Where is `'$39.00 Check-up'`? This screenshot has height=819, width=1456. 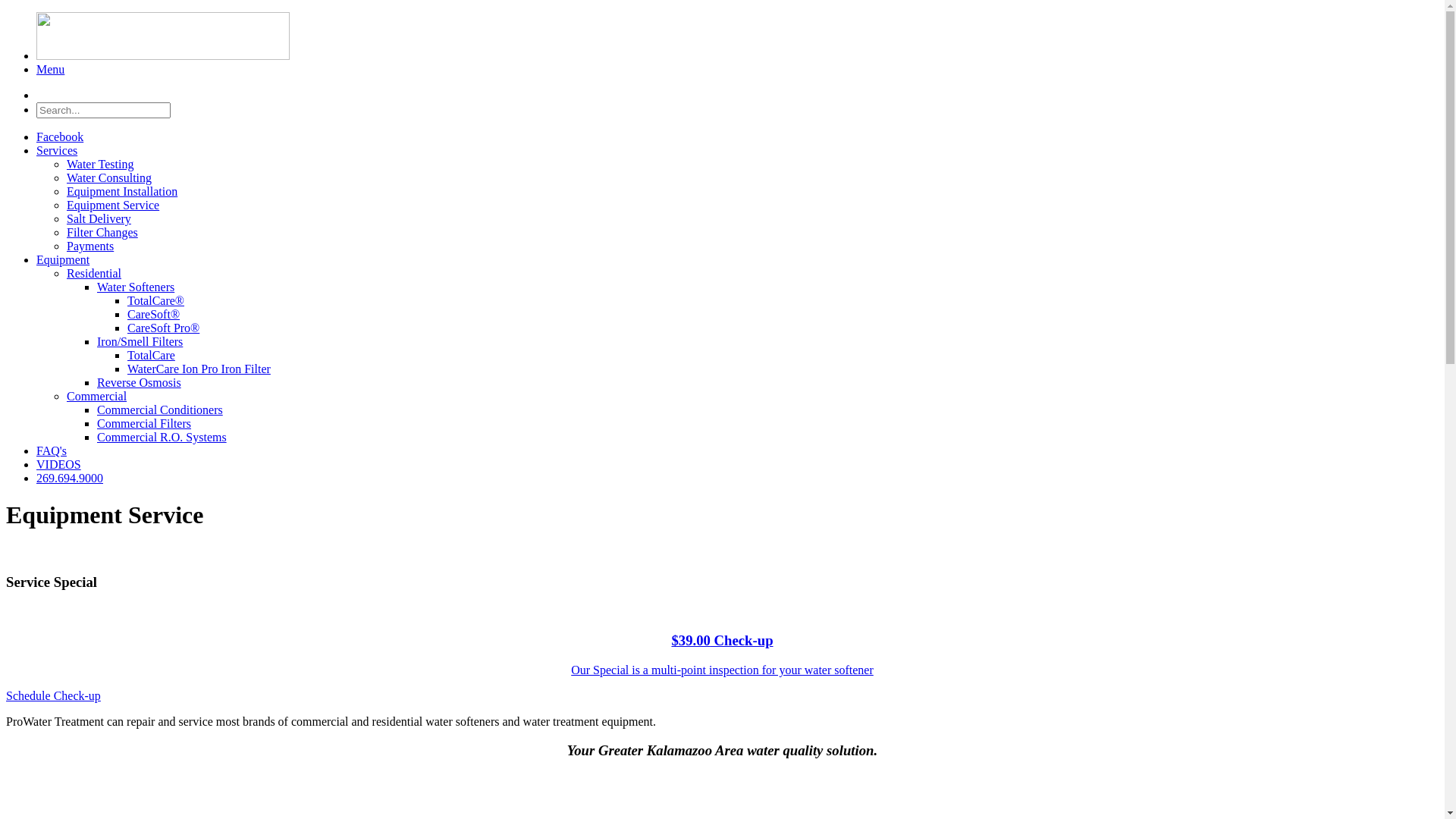
'$39.00 Check-up' is located at coordinates (720, 640).